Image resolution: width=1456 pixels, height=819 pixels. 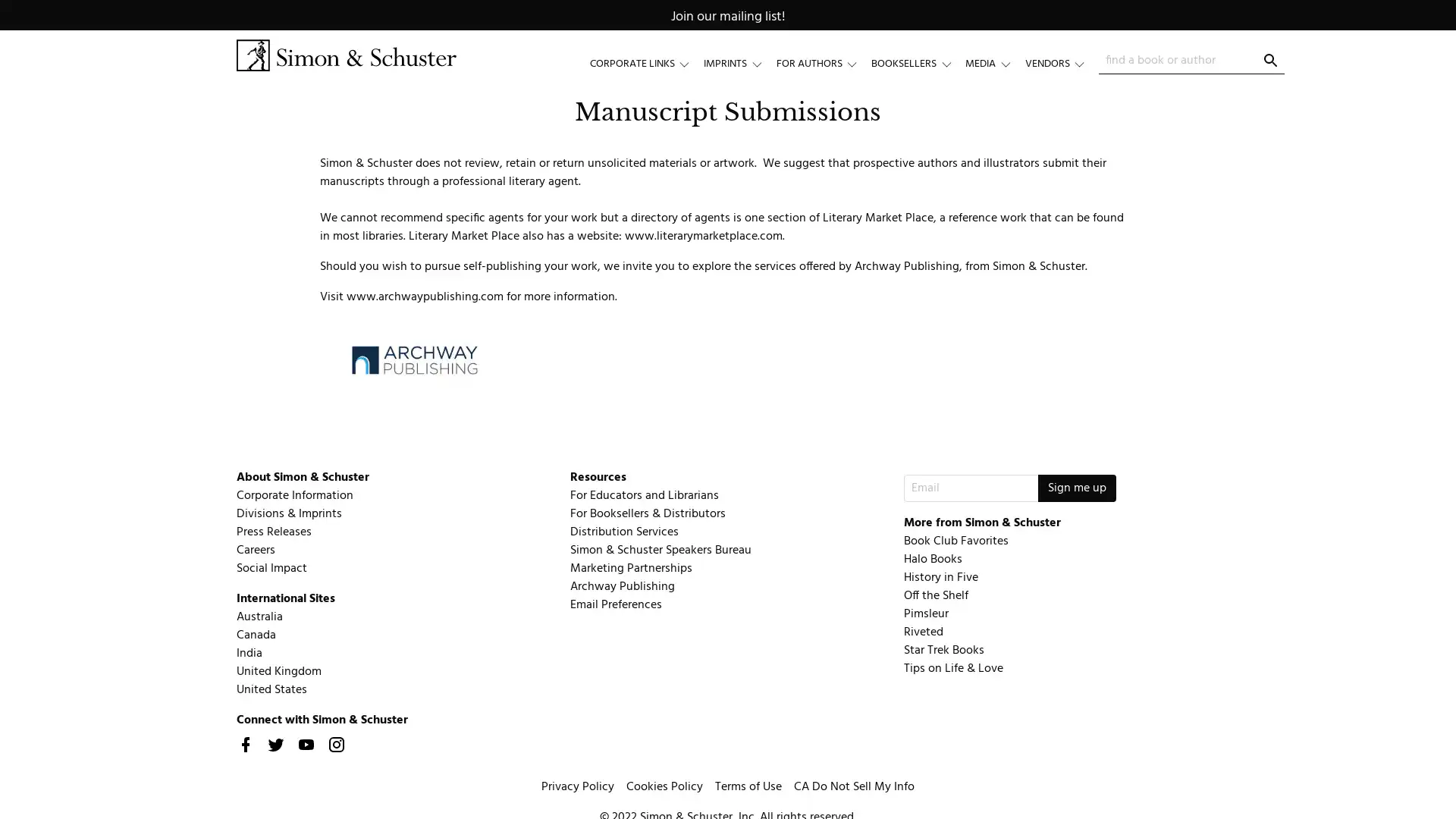 What do you see at coordinates (994, 63) in the screenshot?
I see `MEDIA` at bounding box center [994, 63].